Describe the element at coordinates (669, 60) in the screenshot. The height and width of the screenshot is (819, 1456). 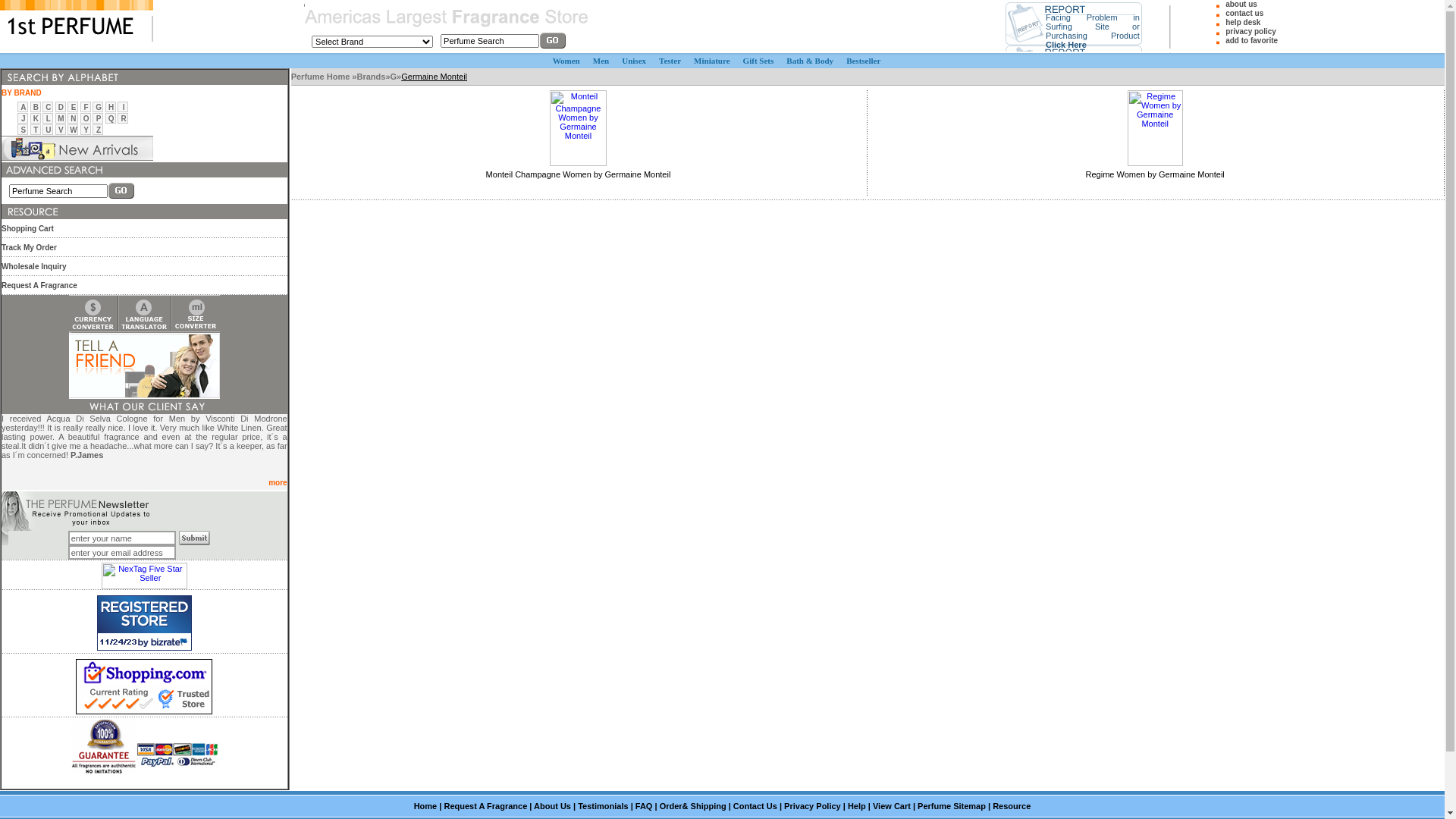
I see `'Tester'` at that location.